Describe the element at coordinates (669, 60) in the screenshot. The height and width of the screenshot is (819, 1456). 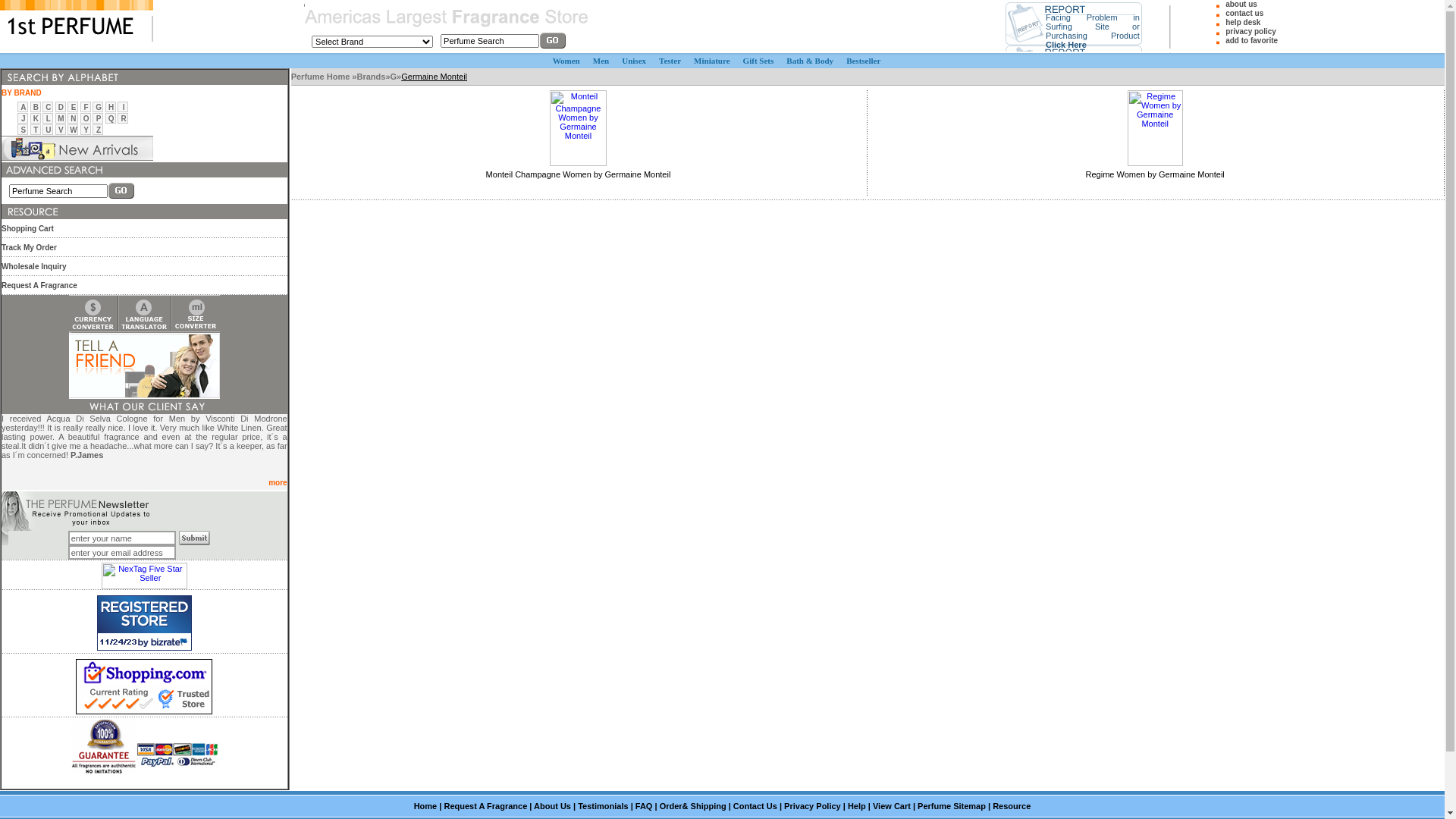
I see `'Tester'` at that location.